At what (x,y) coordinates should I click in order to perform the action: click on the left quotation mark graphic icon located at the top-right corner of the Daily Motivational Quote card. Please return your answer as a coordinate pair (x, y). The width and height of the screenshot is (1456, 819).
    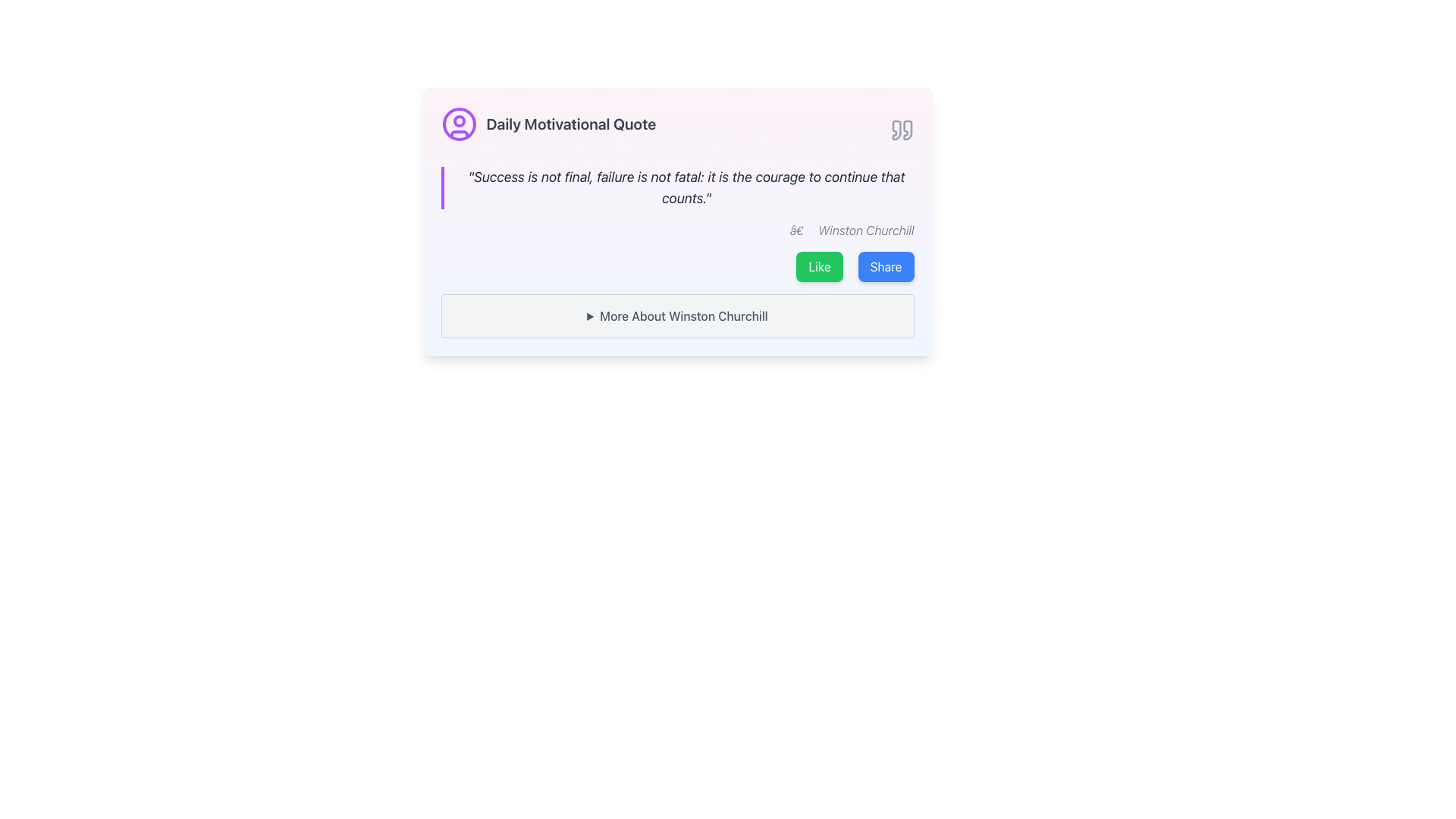
    Looking at the image, I should click on (896, 130).